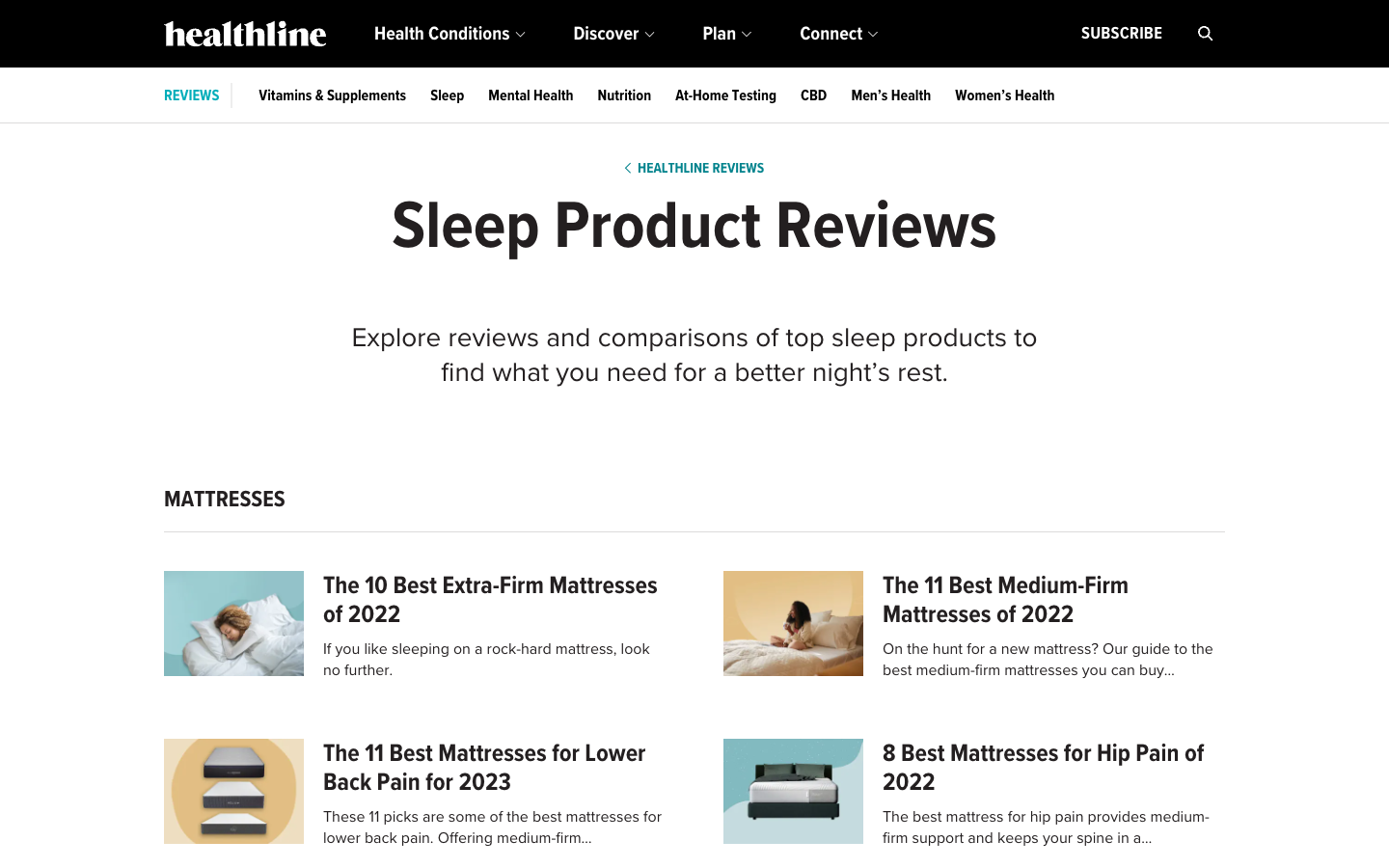  Describe the element at coordinates (623, 95) in the screenshot. I see `Explore more articles related to Nutrition` at that location.